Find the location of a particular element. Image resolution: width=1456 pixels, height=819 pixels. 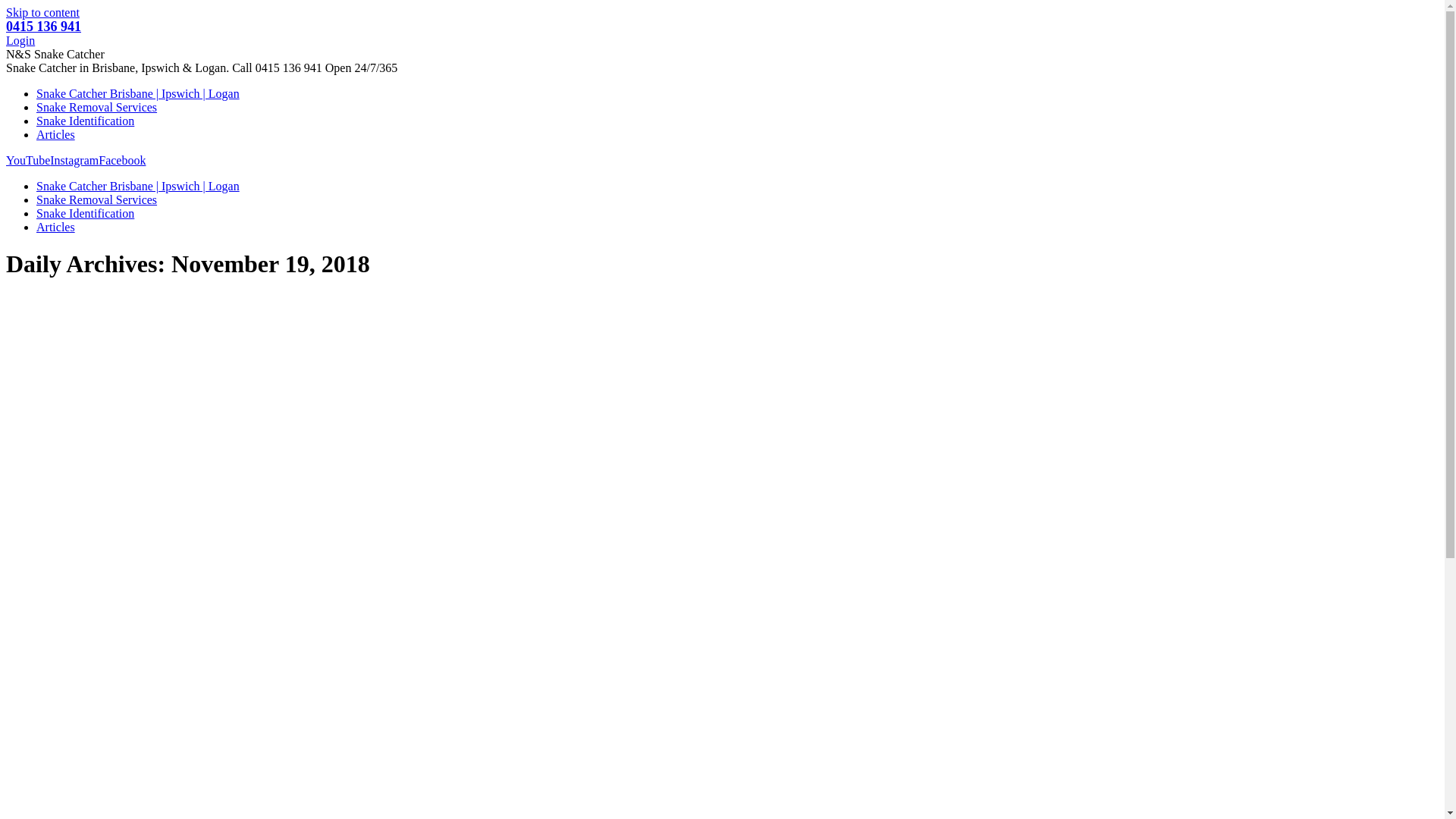

'Snake Identification' is located at coordinates (36, 213).